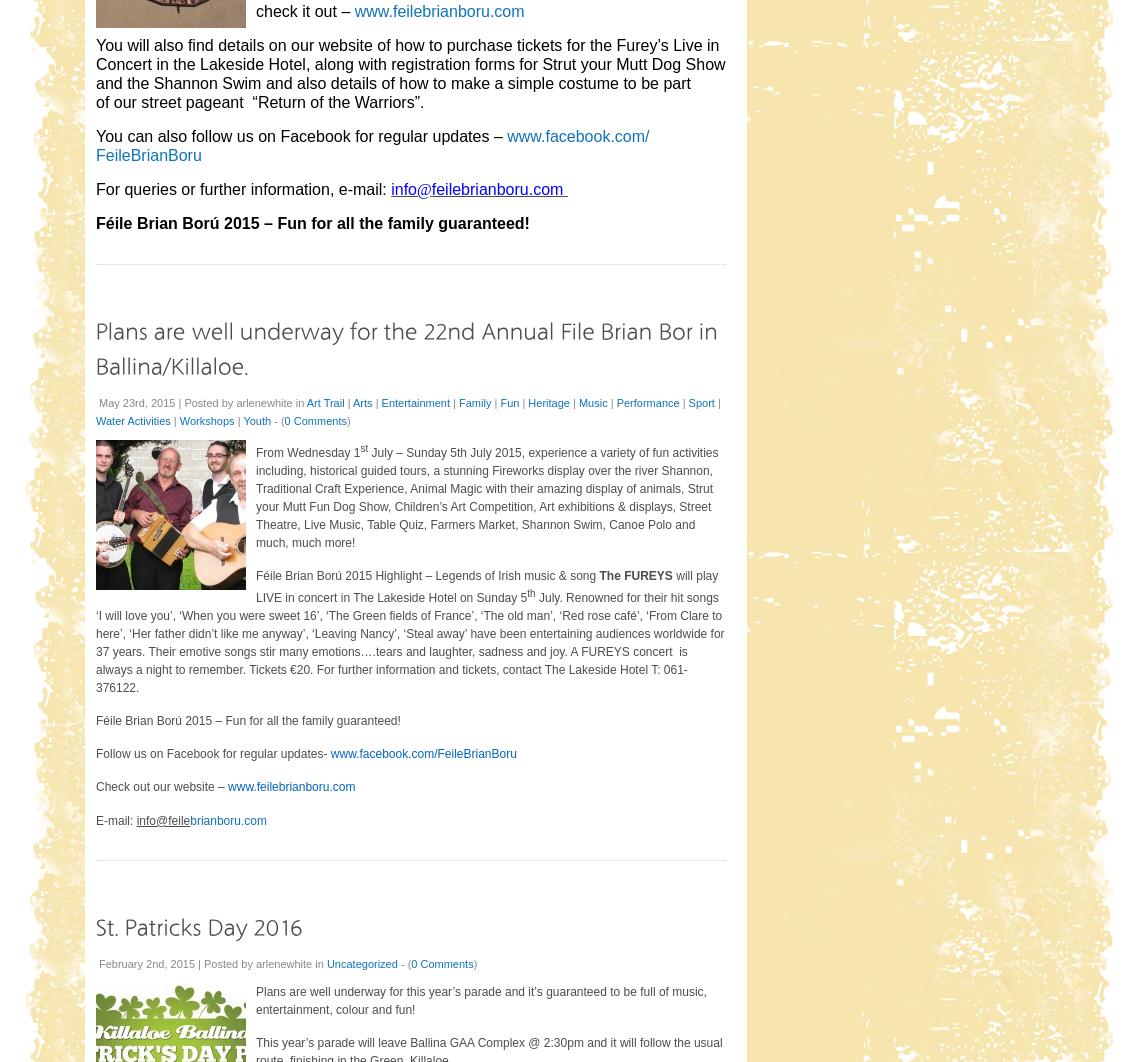  I want to click on 'May 23rd, 2015 | Posted by', so click(97, 400).